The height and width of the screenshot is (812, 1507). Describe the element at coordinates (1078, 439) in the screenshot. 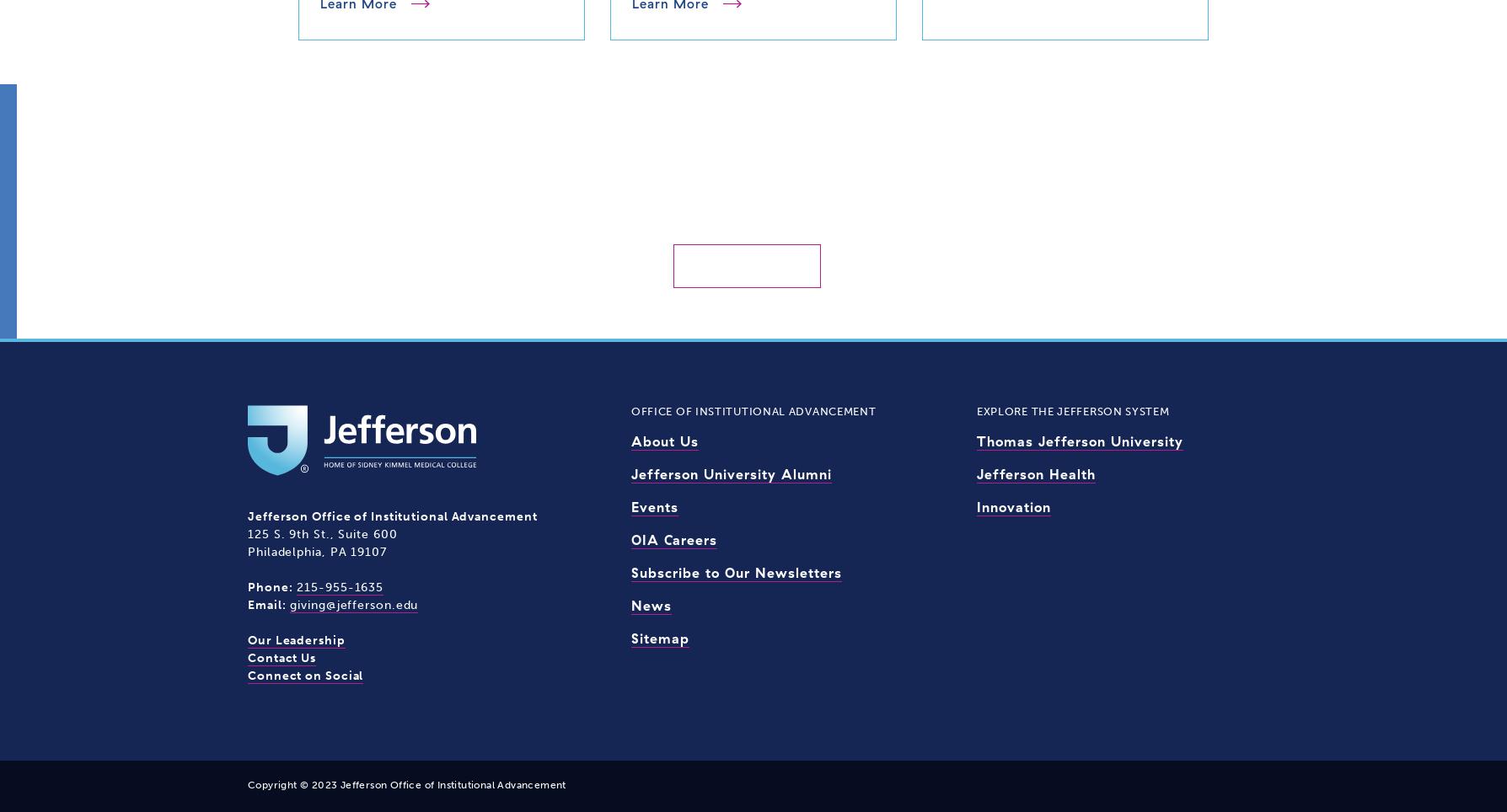

I see `'Thomas Jefferson University'` at that location.